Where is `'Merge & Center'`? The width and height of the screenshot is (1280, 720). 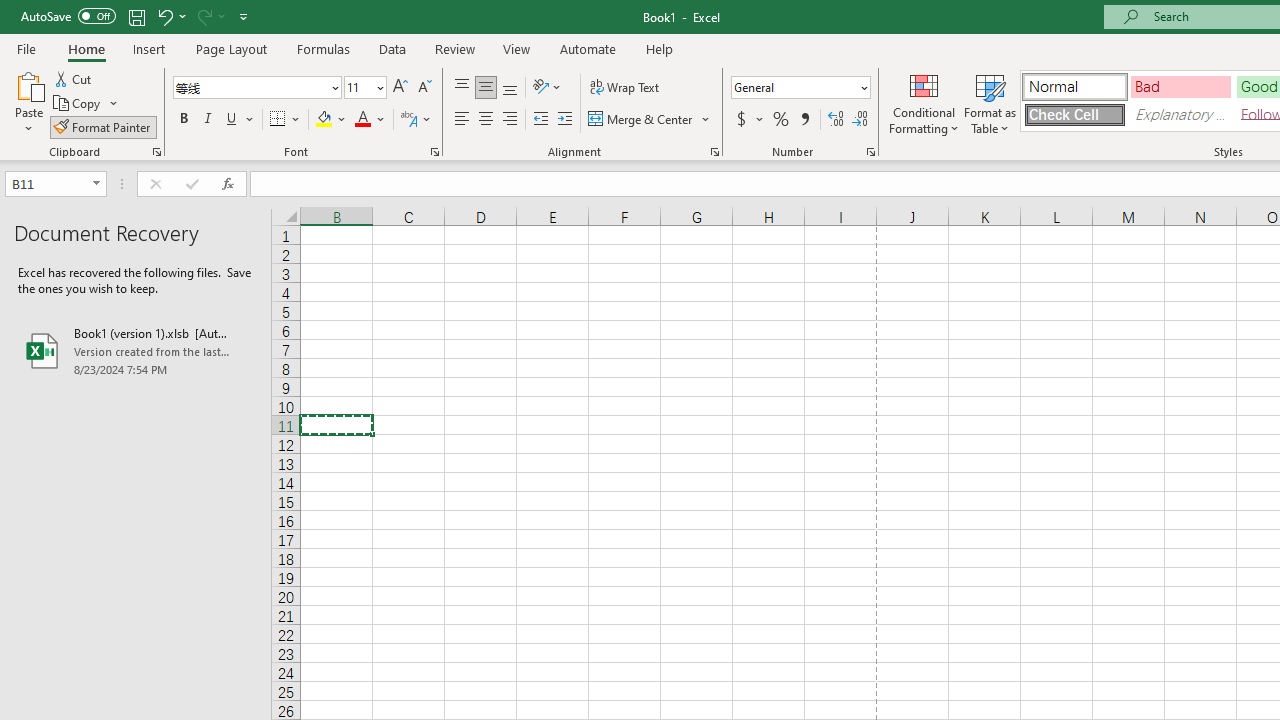 'Merge & Center' is located at coordinates (650, 119).